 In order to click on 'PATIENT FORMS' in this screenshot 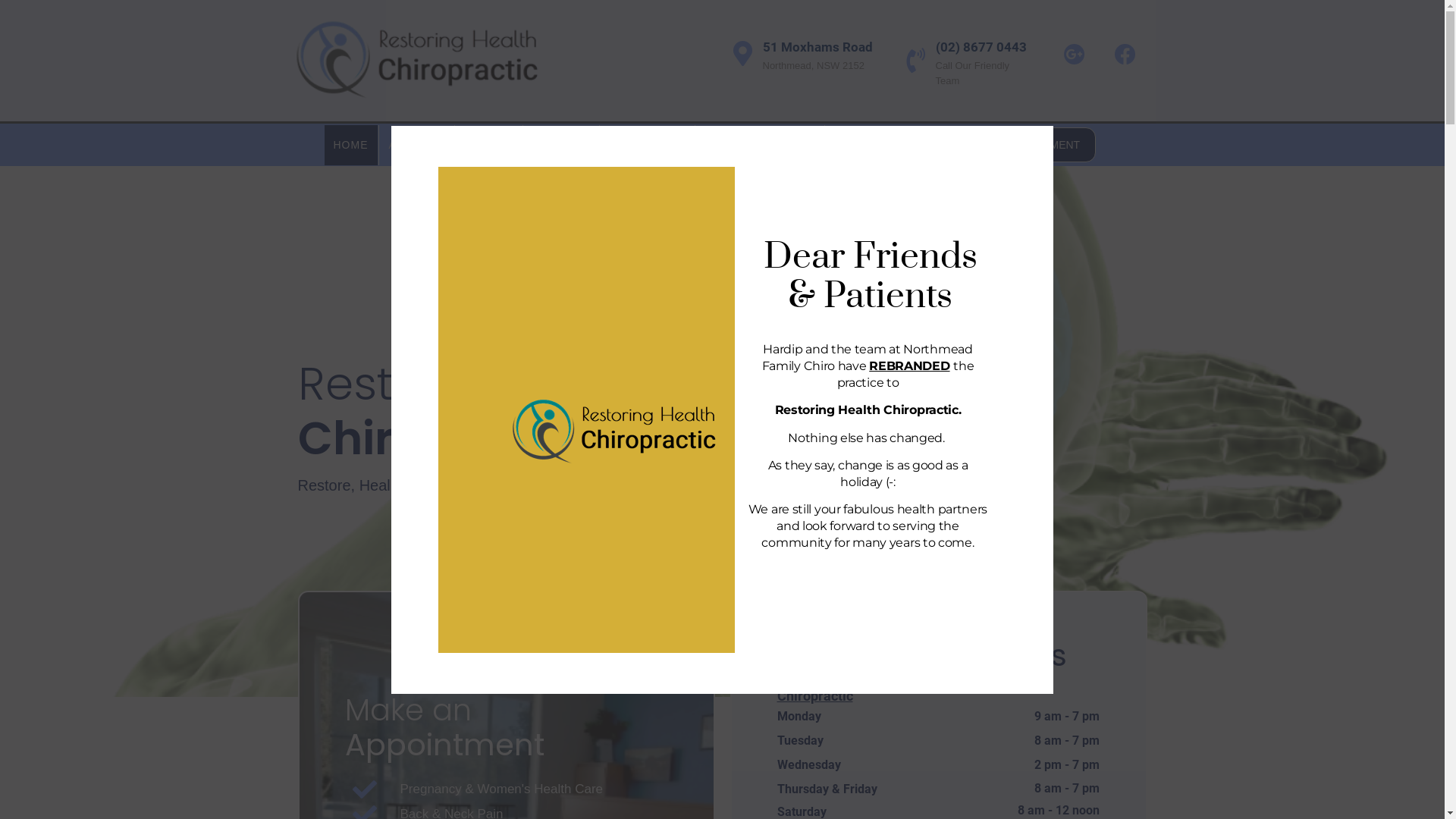, I will do `click(760, 144)`.